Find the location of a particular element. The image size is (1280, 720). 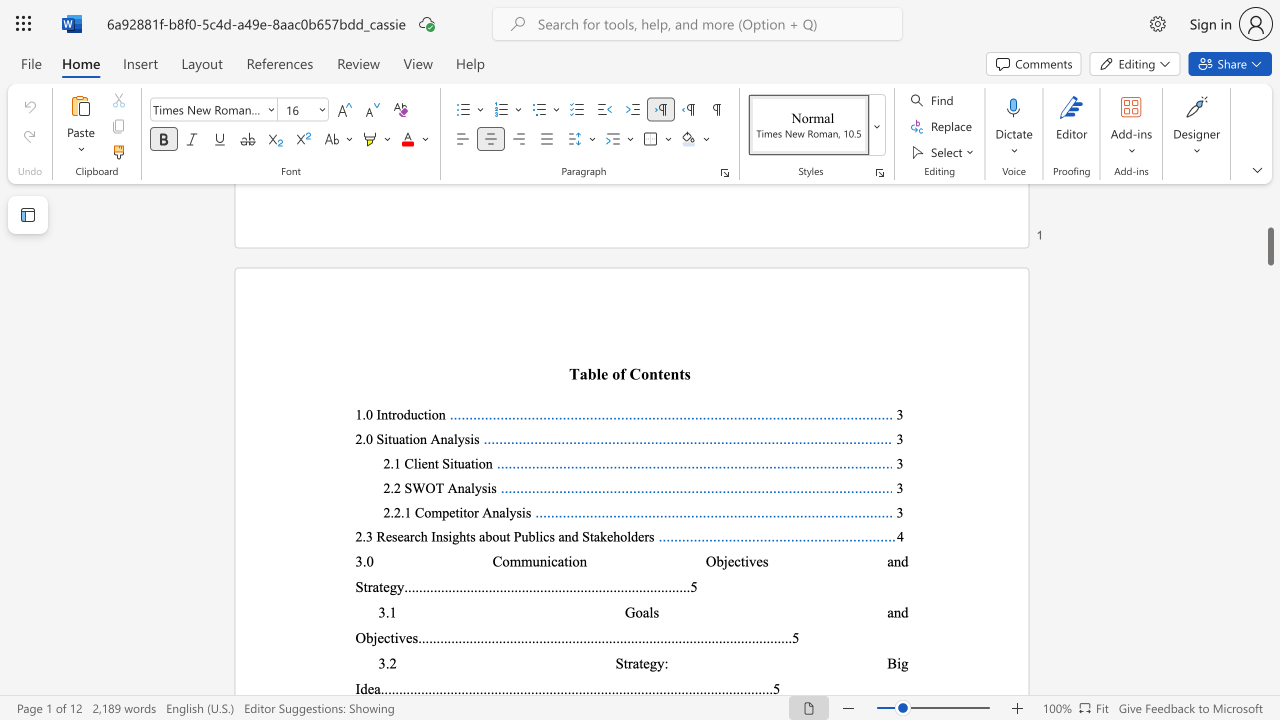

the subset text "........." within the text "..............................................................................5" is located at coordinates (461, 586).